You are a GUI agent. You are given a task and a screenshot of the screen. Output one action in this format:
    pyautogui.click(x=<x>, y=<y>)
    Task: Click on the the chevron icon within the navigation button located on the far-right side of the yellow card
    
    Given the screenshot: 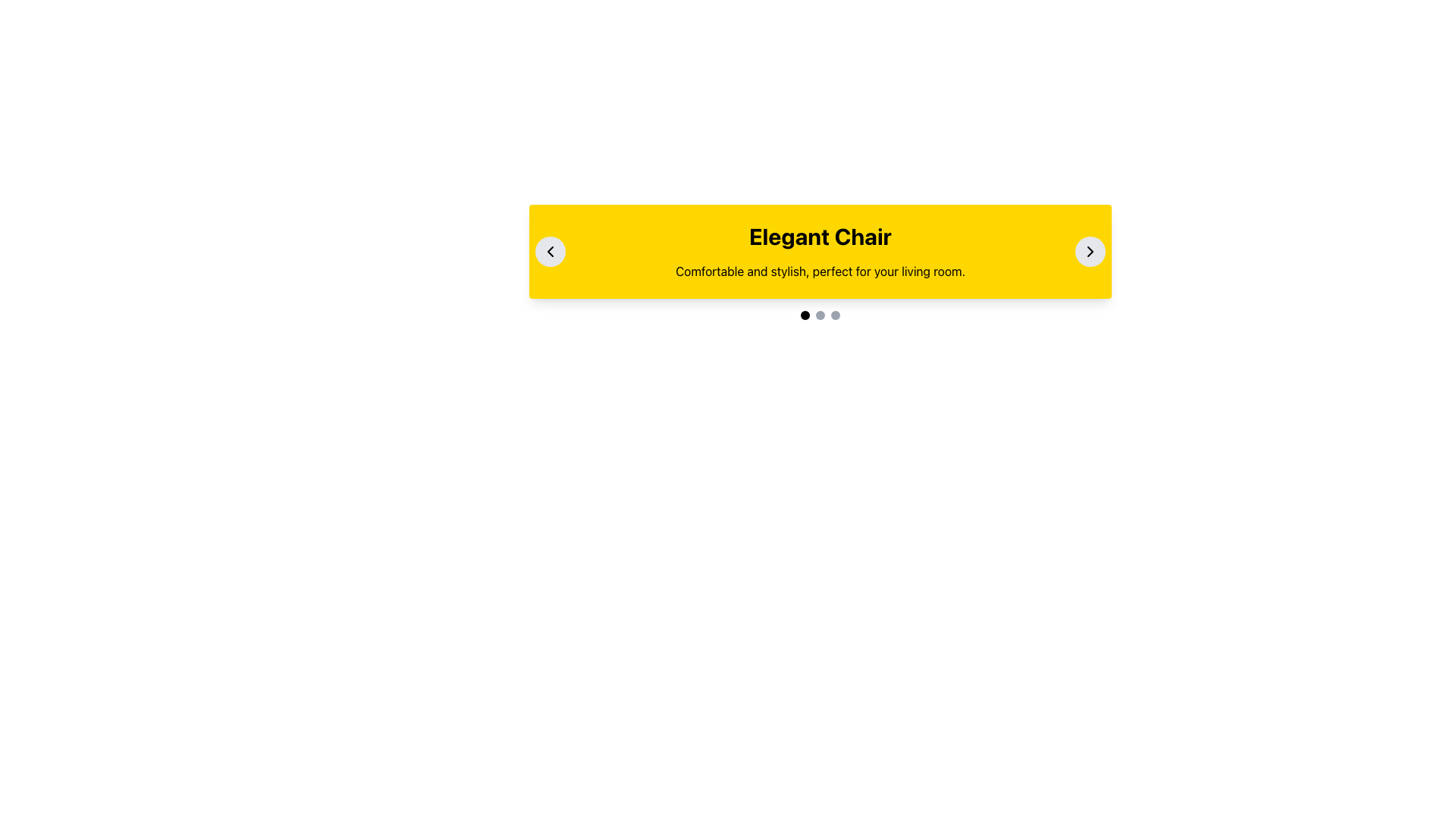 What is the action you would take?
    pyautogui.click(x=1090, y=250)
    